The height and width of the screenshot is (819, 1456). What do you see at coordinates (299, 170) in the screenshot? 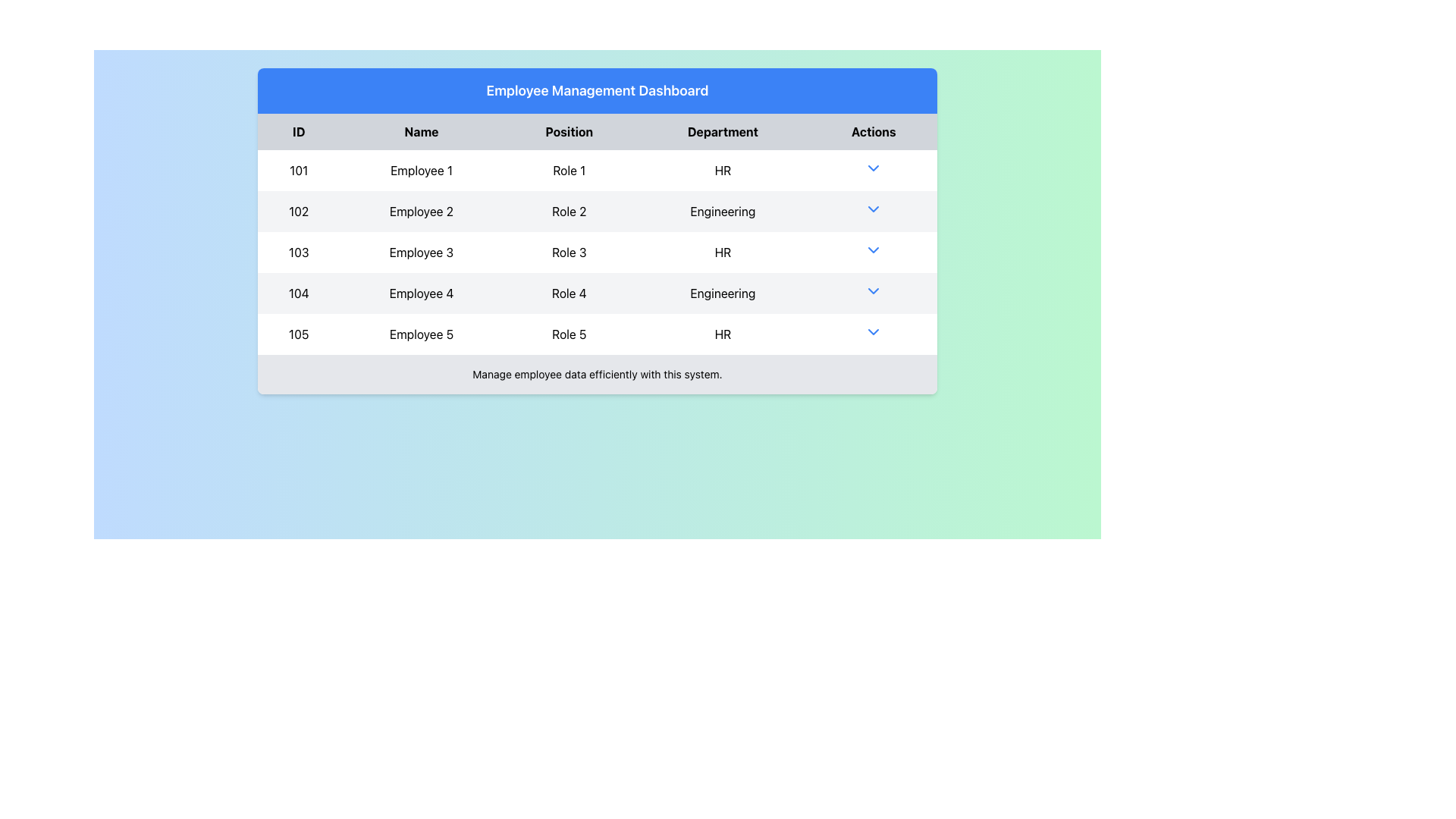
I see `the table cell containing the identifier for the first employee row located in the top-left corner of the table under the 'ID' column in the first row` at bounding box center [299, 170].